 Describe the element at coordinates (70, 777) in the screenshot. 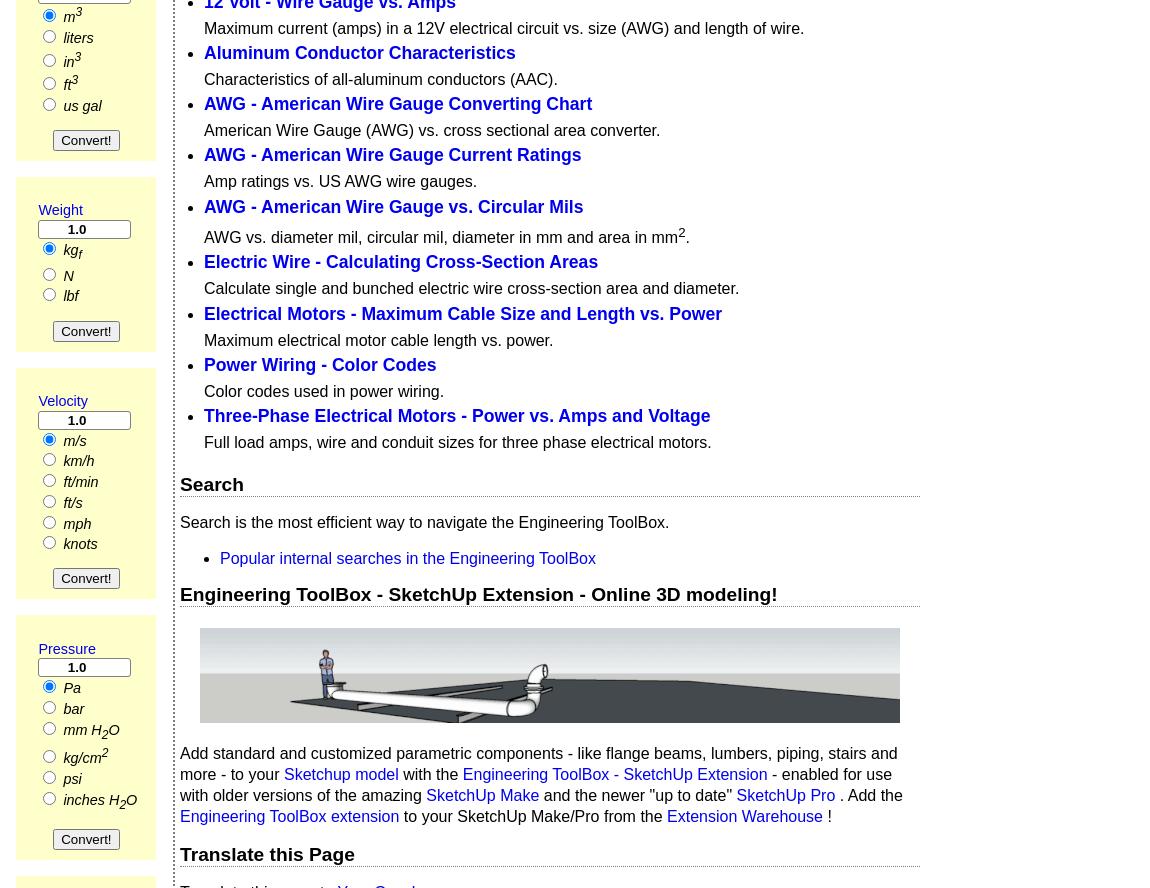

I see `'psi'` at that location.